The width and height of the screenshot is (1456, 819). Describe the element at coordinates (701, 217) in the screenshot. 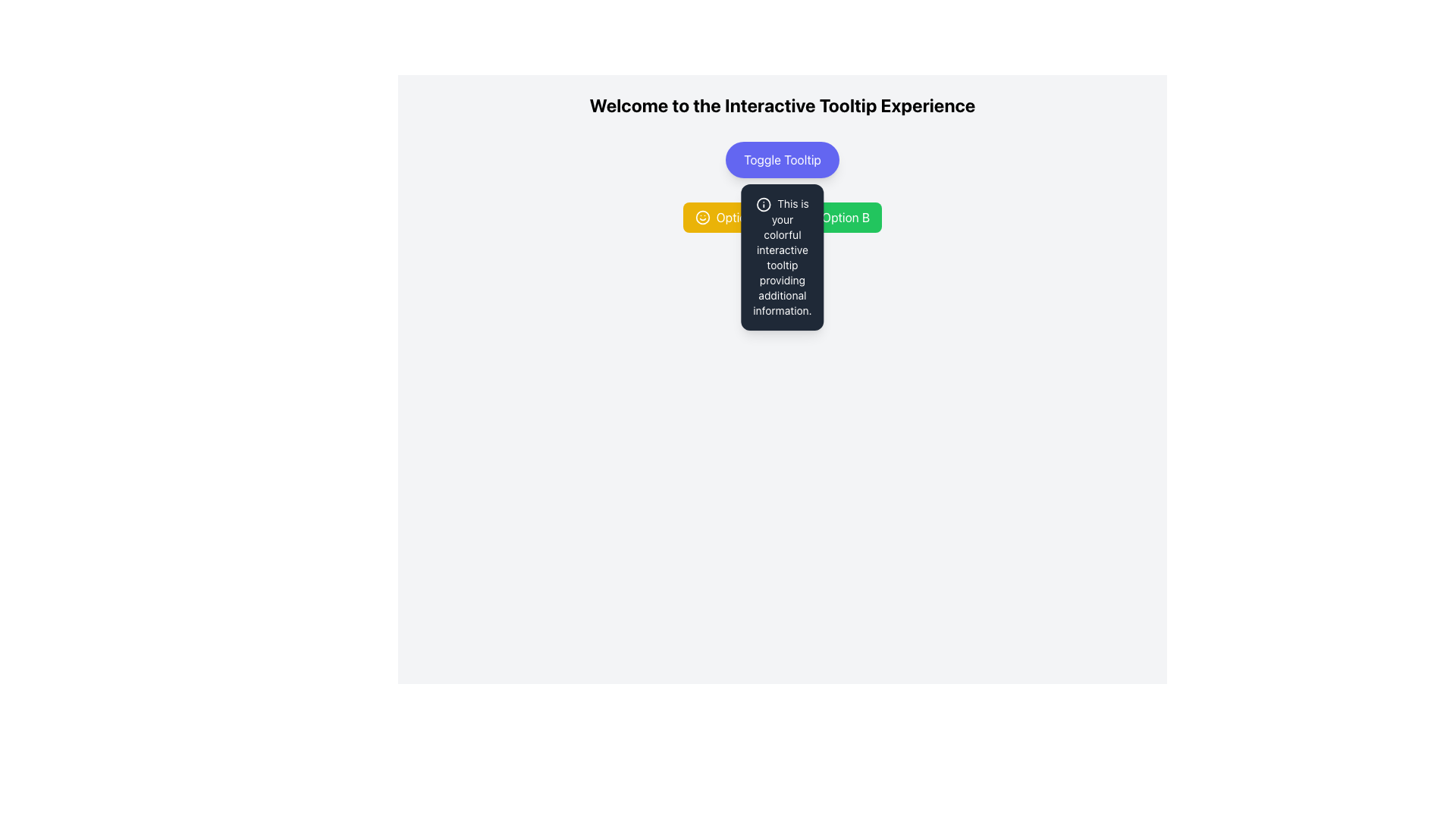

I see `the small smiley face icon located to the immediate left of the text within the bright yellow rectangular button labeled 'Option A'` at that location.